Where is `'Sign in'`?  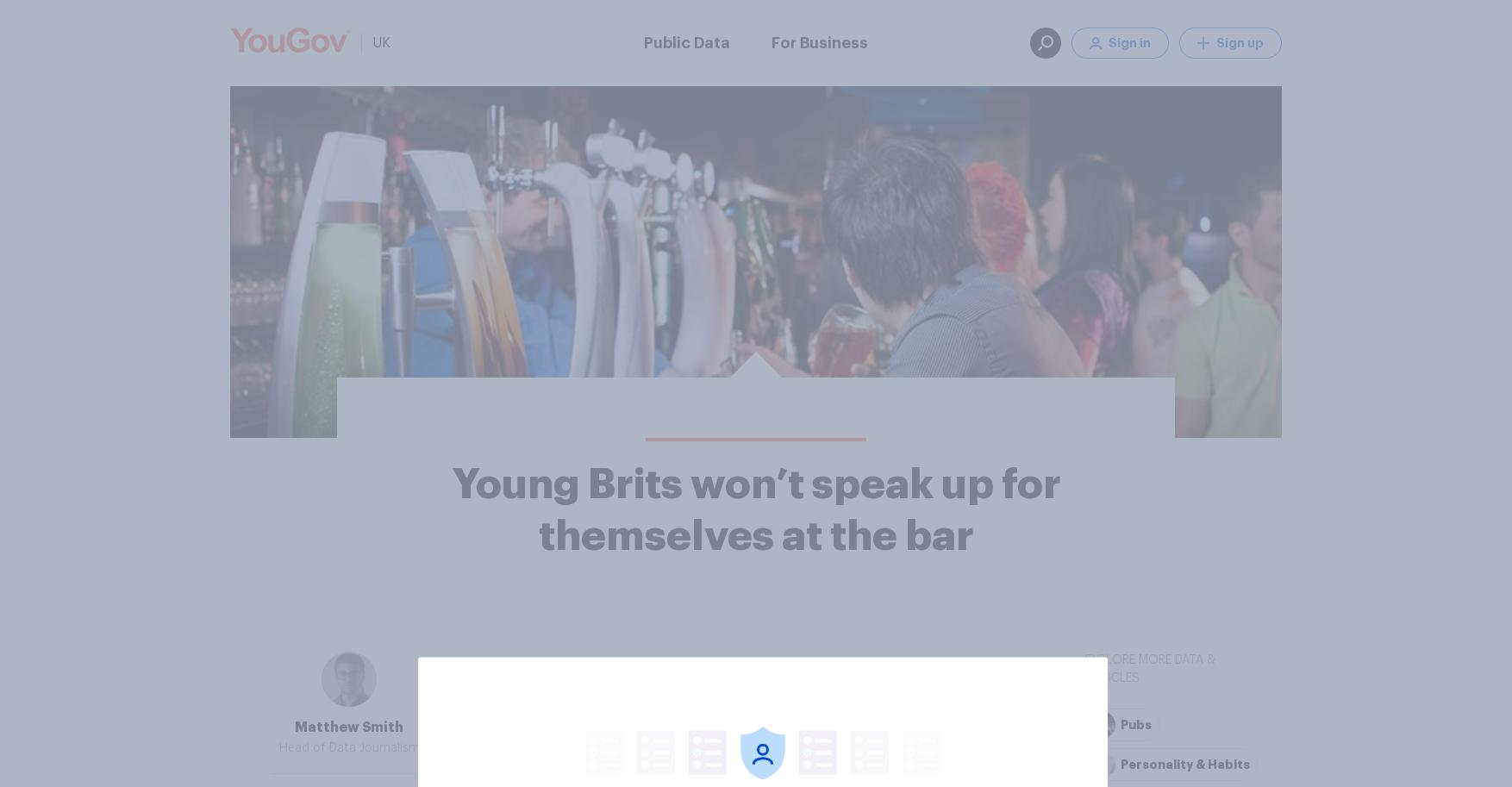
'Sign in' is located at coordinates (1129, 41).